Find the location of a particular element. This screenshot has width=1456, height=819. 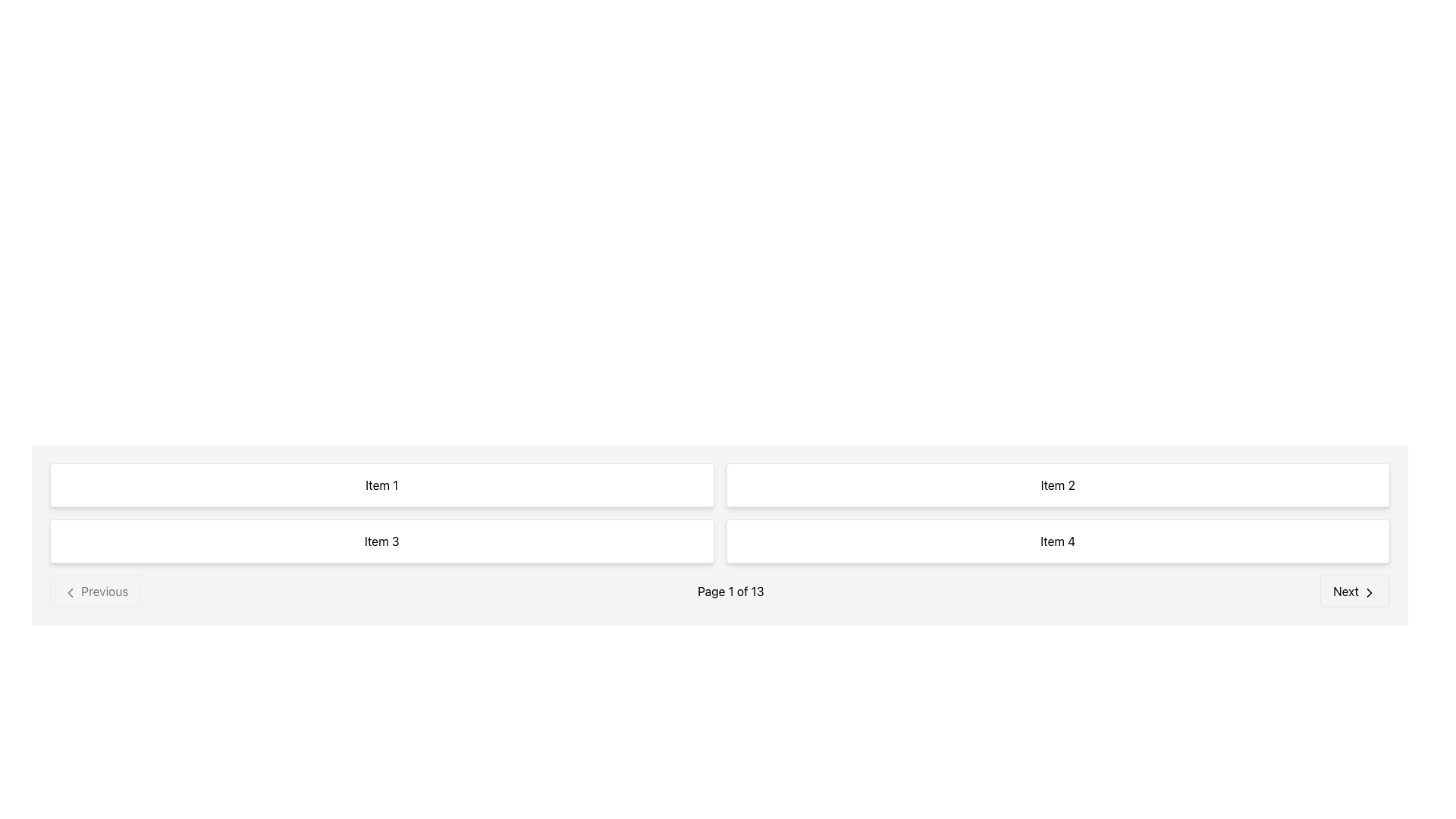

pagination information displayed in the text label that shows 'Page 1 of 13', located centrally in the pagination bar between the 'Previous' and 'Next' buttons is located at coordinates (730, 590).